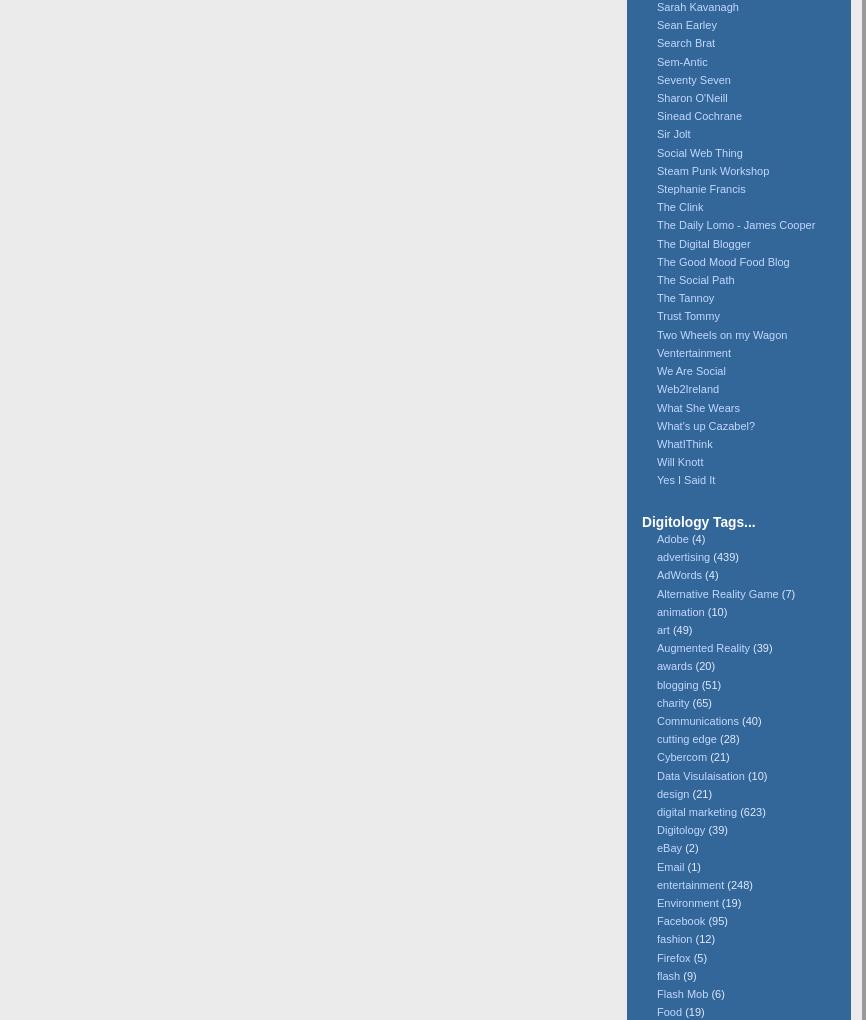 This screenshot has height=1020, width=866. Describe the element at coordinates (698, 114) in the screenshot. I see `'Sinead Cochrane'` at that location.